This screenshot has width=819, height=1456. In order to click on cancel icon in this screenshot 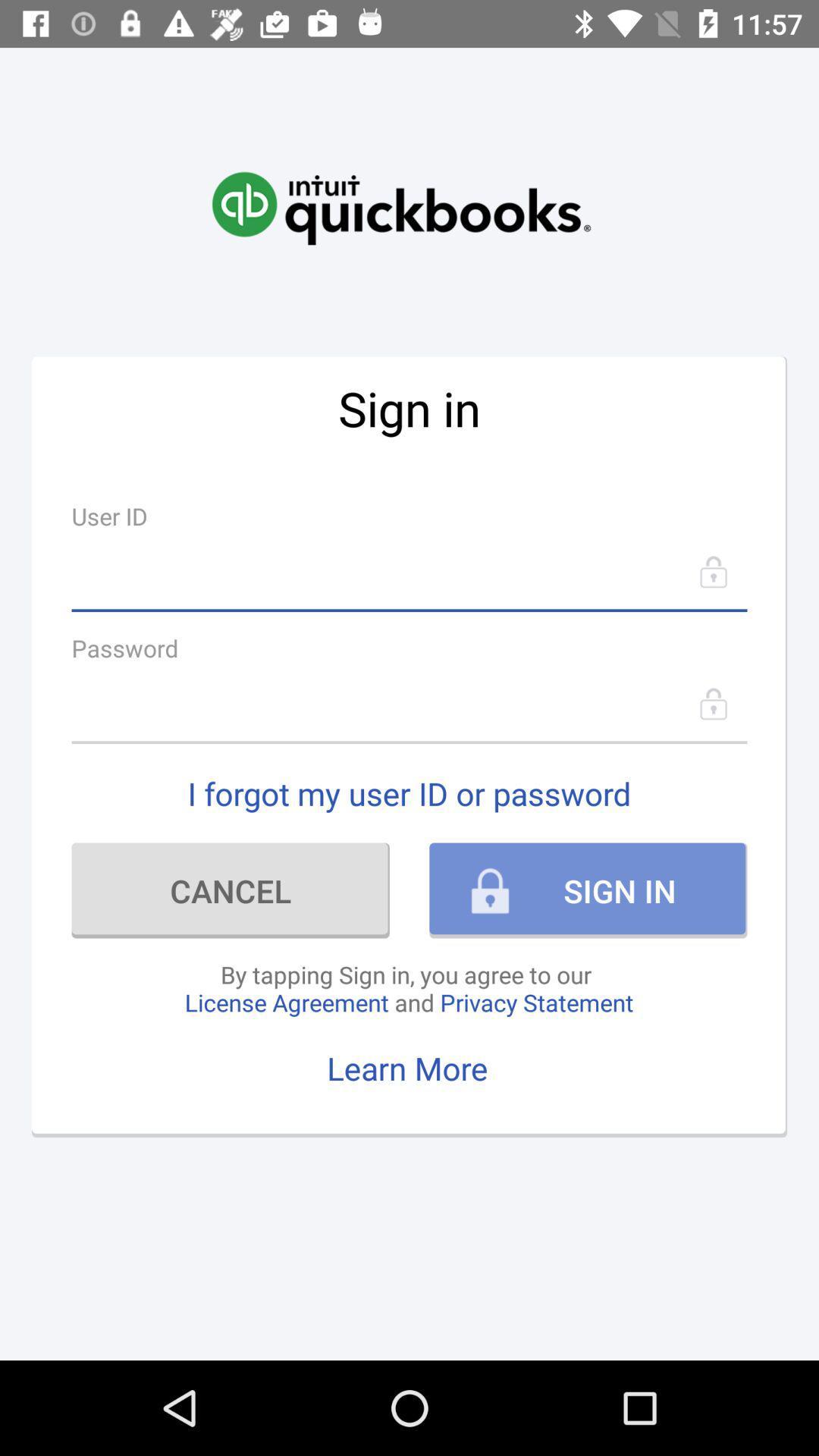, I will do `click(231, 890)`.